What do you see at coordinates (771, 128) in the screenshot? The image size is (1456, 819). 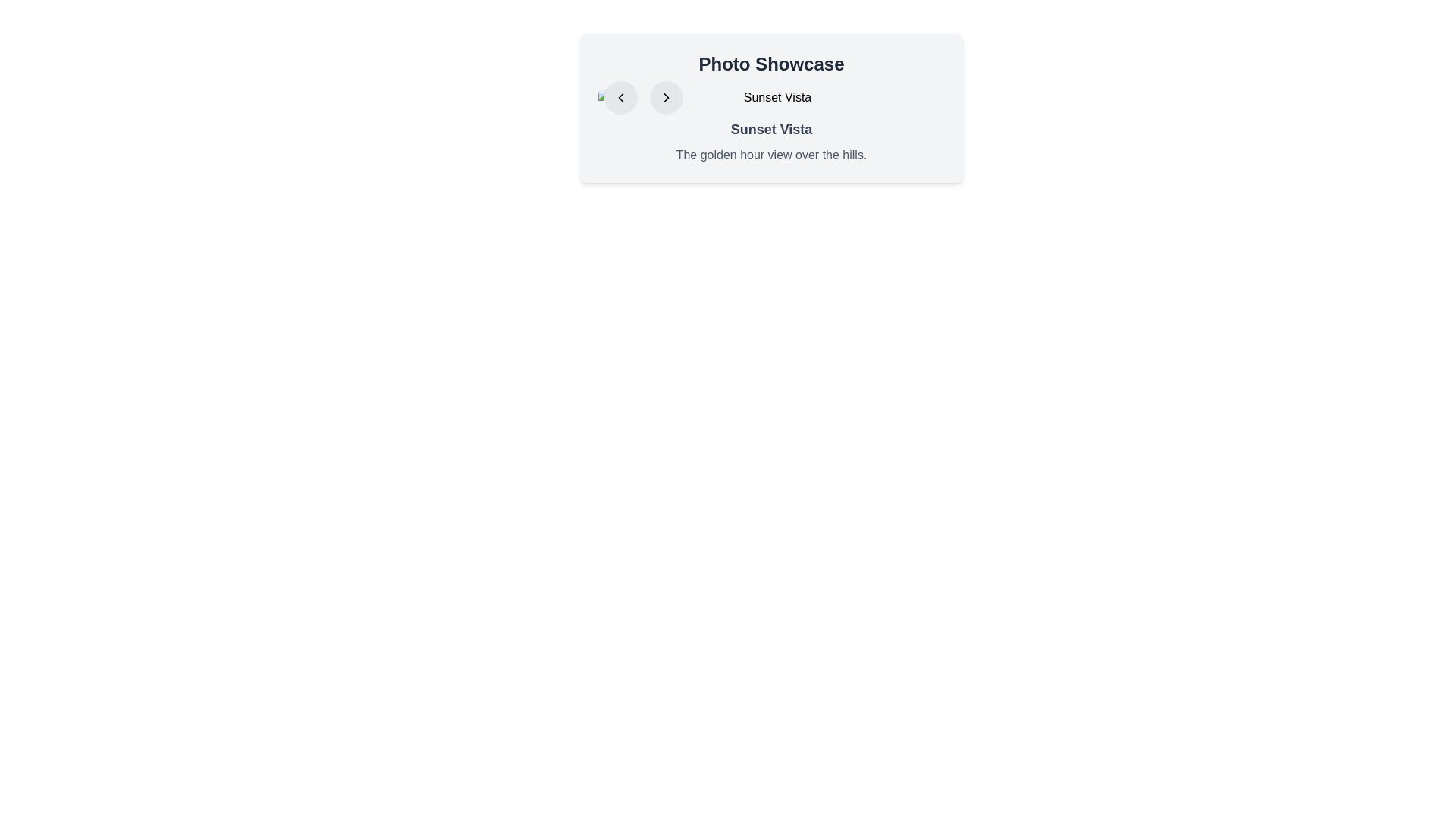 I see `the text label displaying 'Sunset Vista', which is prominently presented in a bold grey font, centered above the descriptive text` at bounding box center [771, 128].